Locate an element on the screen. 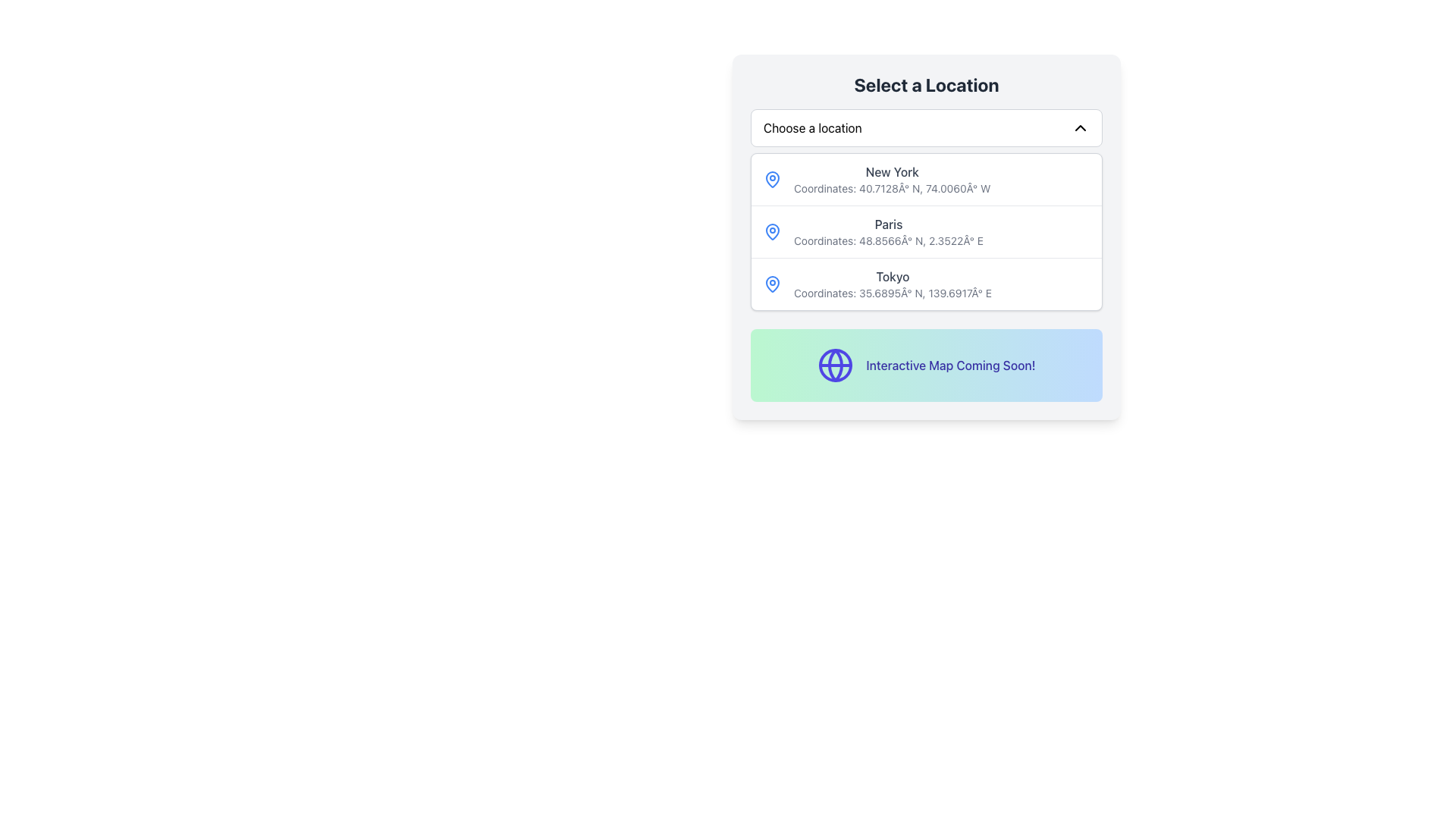 The height and width of the screenshot is (819, 1456). the globe icon that visually complements the text label 'Interactive Map Coming Soon!' in the 'Select a Location' interface section is located at coordinates (835, 366).